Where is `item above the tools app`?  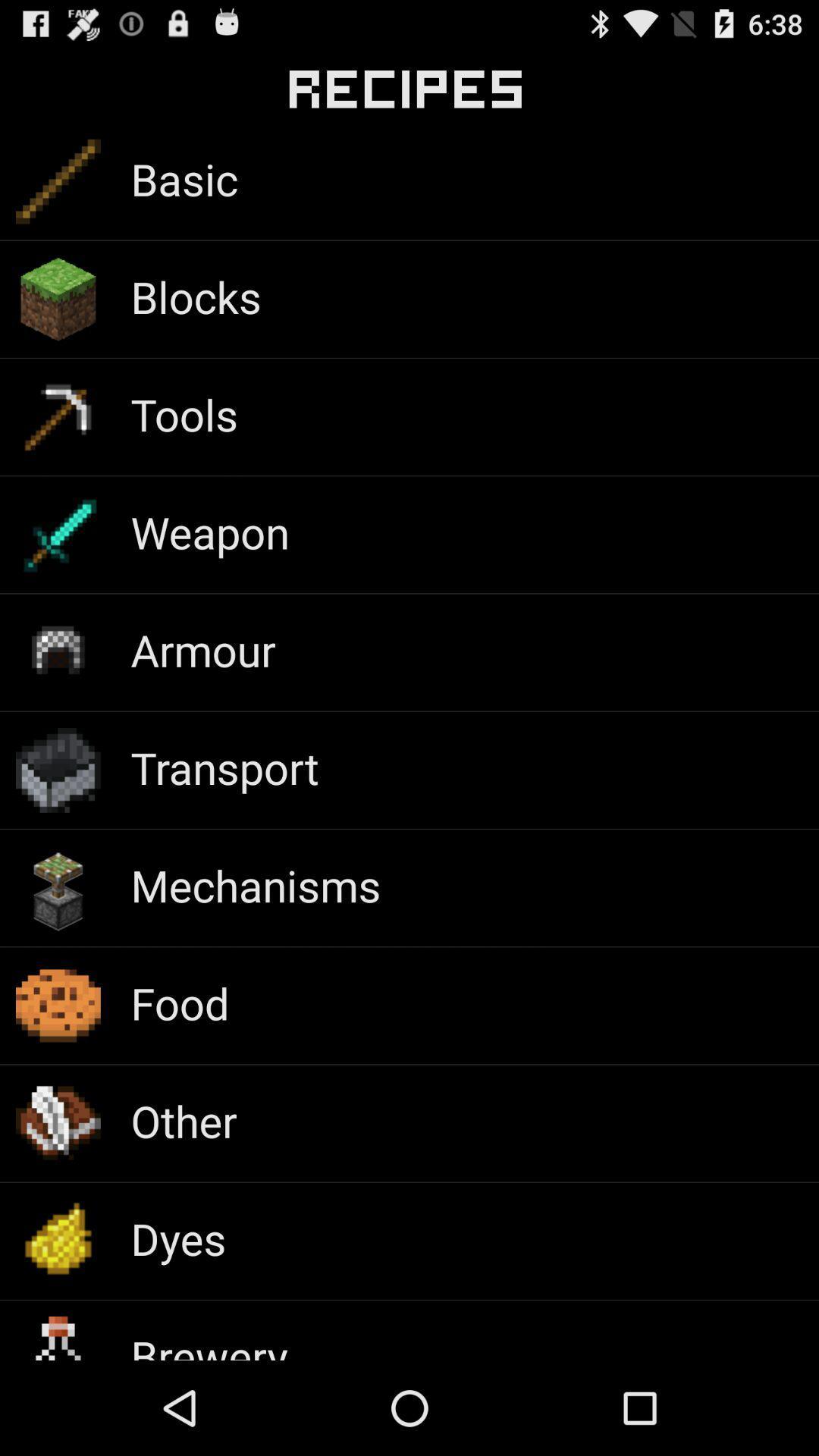 item above the tools app is located at coordinates (195, 297).